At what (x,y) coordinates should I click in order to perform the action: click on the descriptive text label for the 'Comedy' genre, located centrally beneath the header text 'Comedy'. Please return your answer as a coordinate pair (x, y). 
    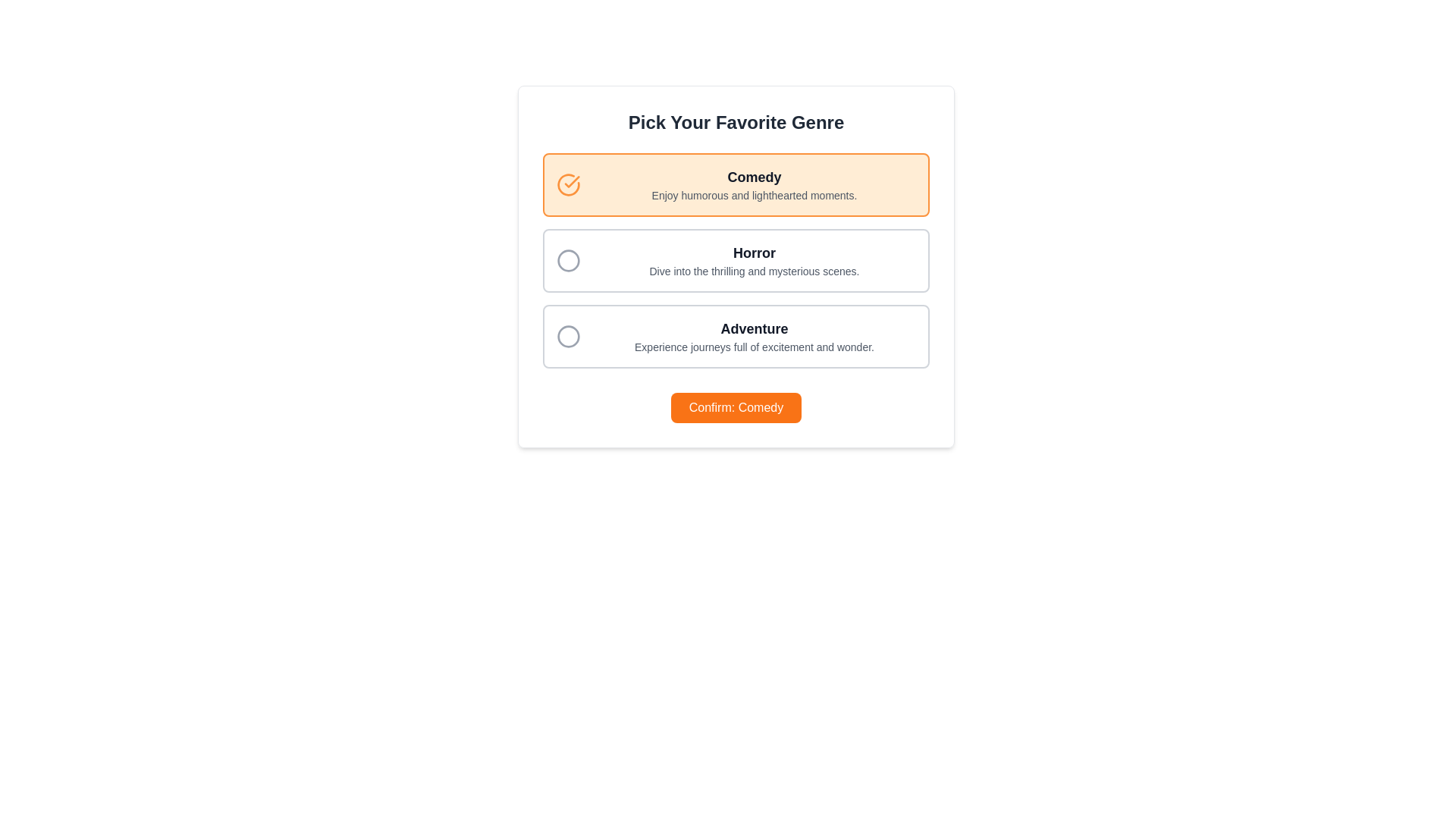
    Looking at the image, I should click on (754, 195).